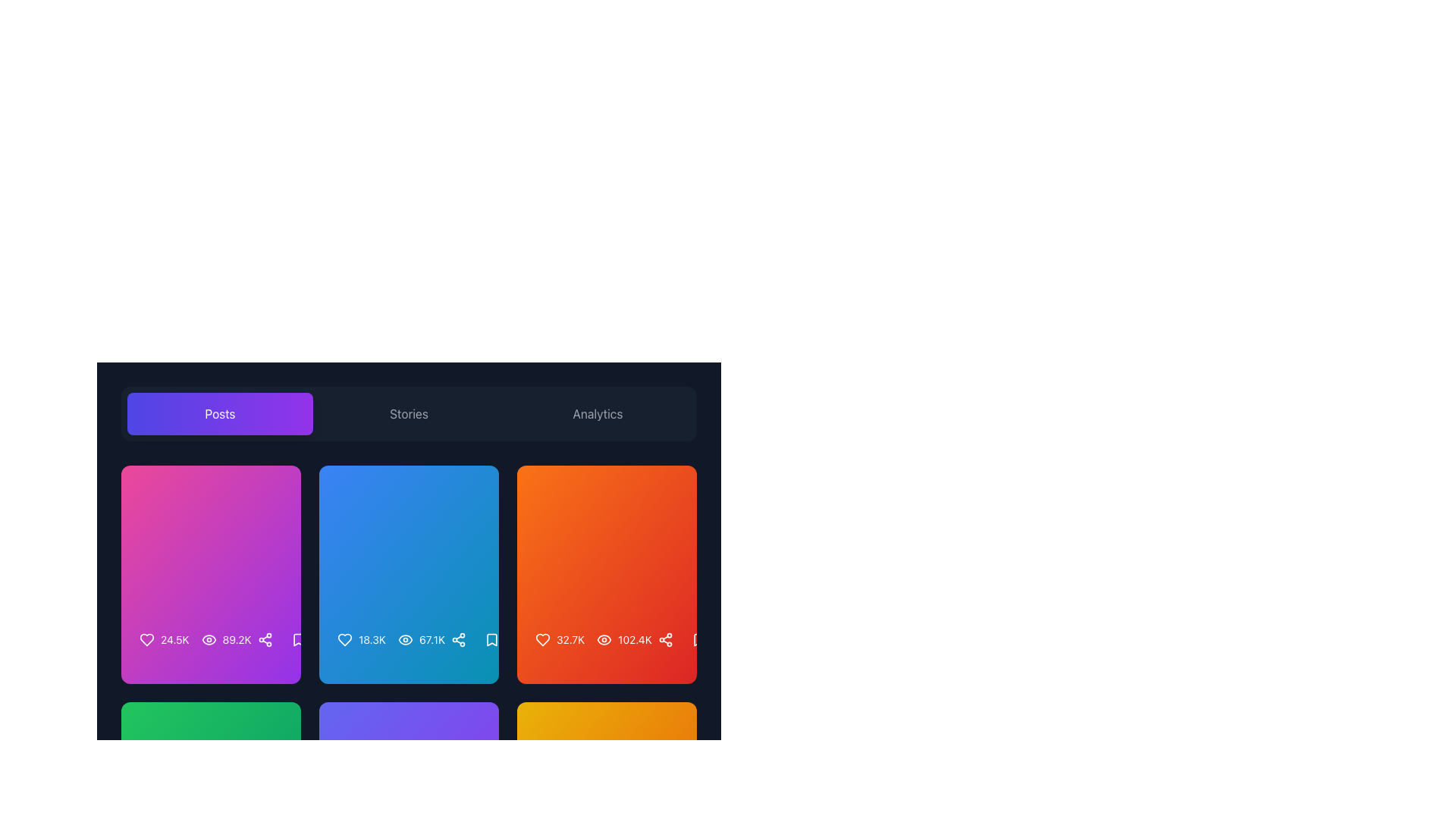 The width and height of the screenshot is (1456, 819). Describe the element at coordinates (542, 640) in the screenshot. I see `the heart-like icon located at the lower region of the orange rectangular card` at that location.